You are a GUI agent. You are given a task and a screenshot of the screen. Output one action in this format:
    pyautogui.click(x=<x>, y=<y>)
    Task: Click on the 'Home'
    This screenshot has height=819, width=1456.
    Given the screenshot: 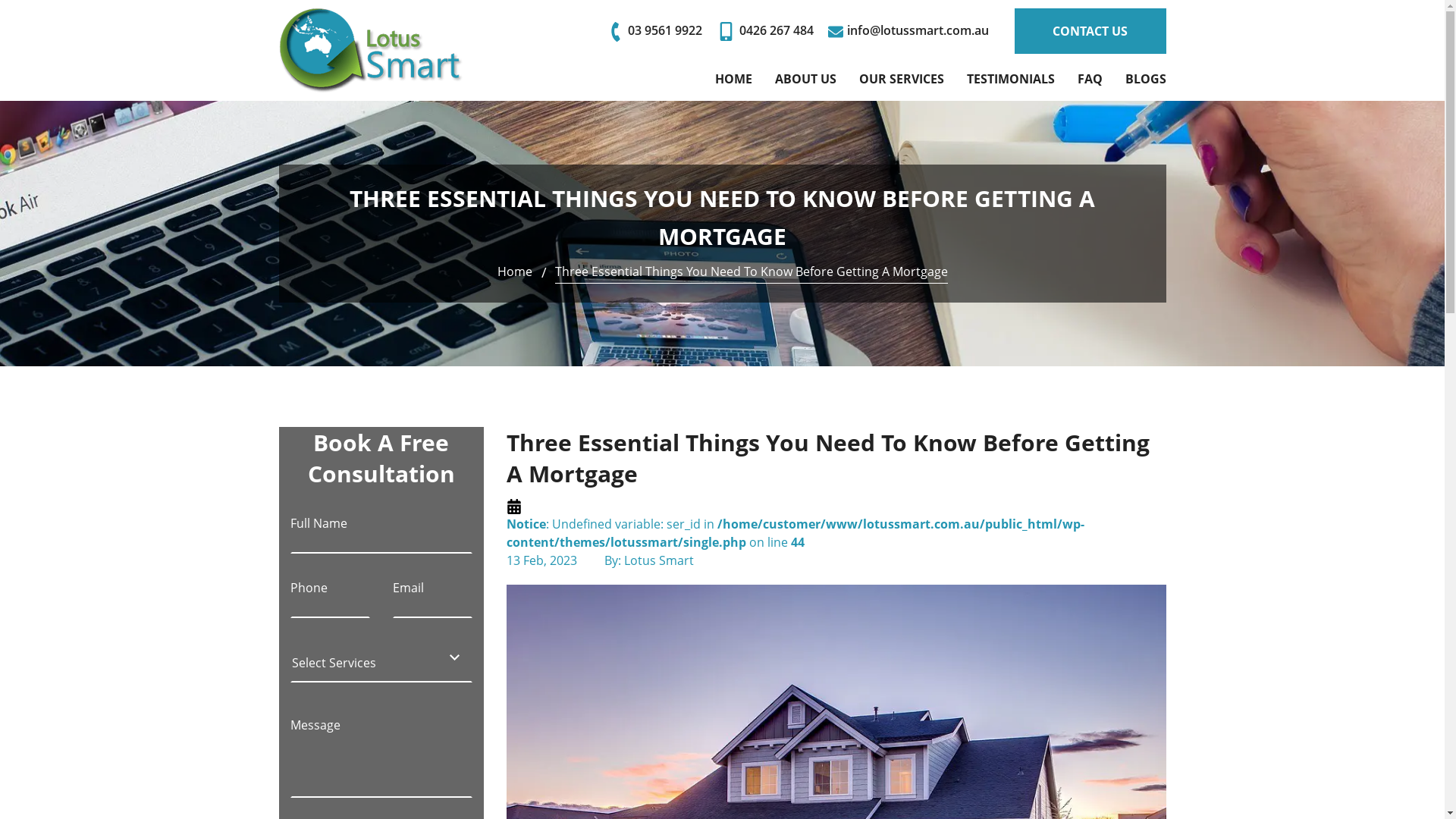 What is the action you would take?
    pyautogui.click(x=514, y=271)
    